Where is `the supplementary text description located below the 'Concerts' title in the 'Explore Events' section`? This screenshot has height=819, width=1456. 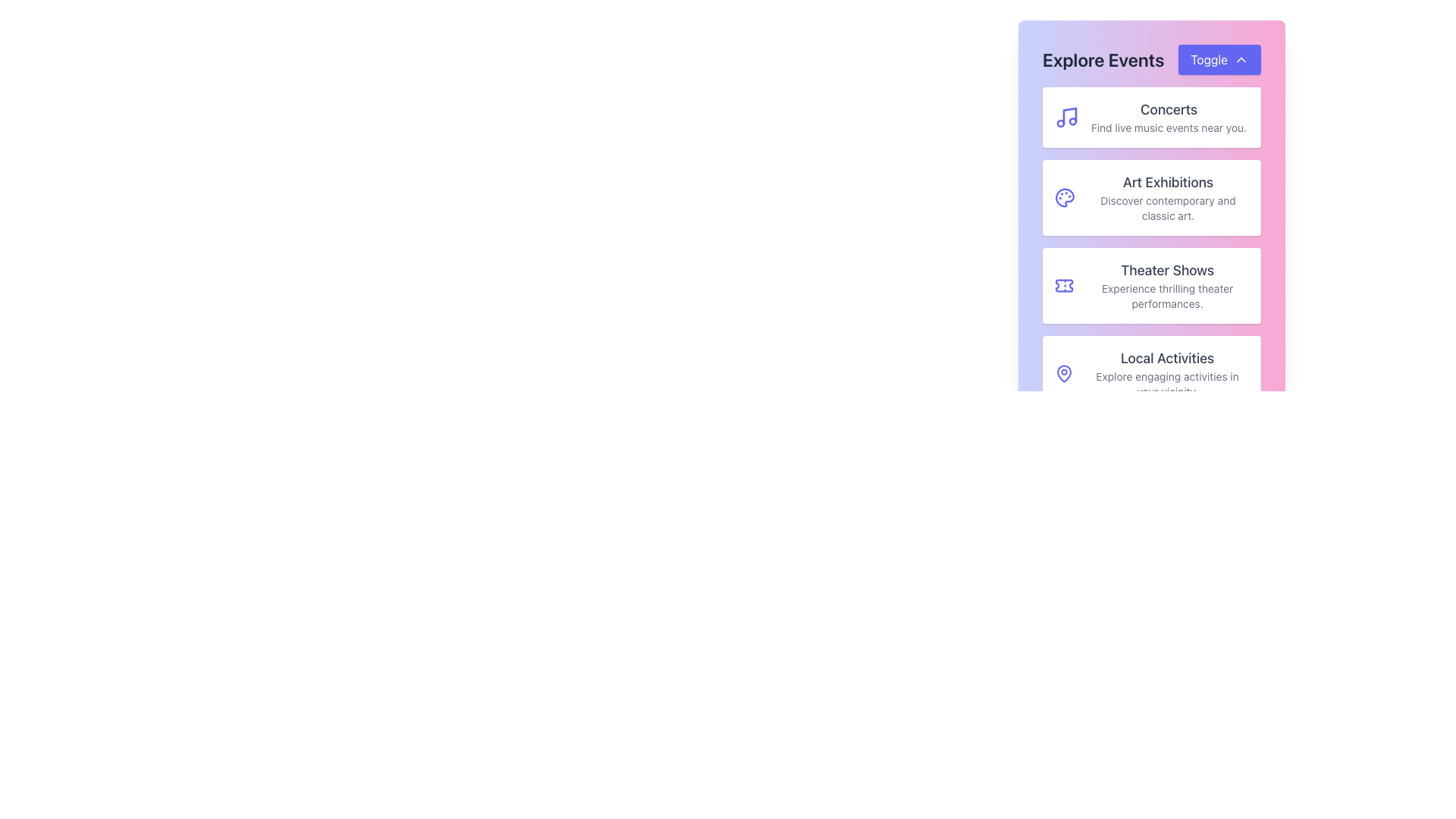
the supplementary text description located below the 'Concerts' title in the 'Explore Events' section is located at coordinates (1168, 127).